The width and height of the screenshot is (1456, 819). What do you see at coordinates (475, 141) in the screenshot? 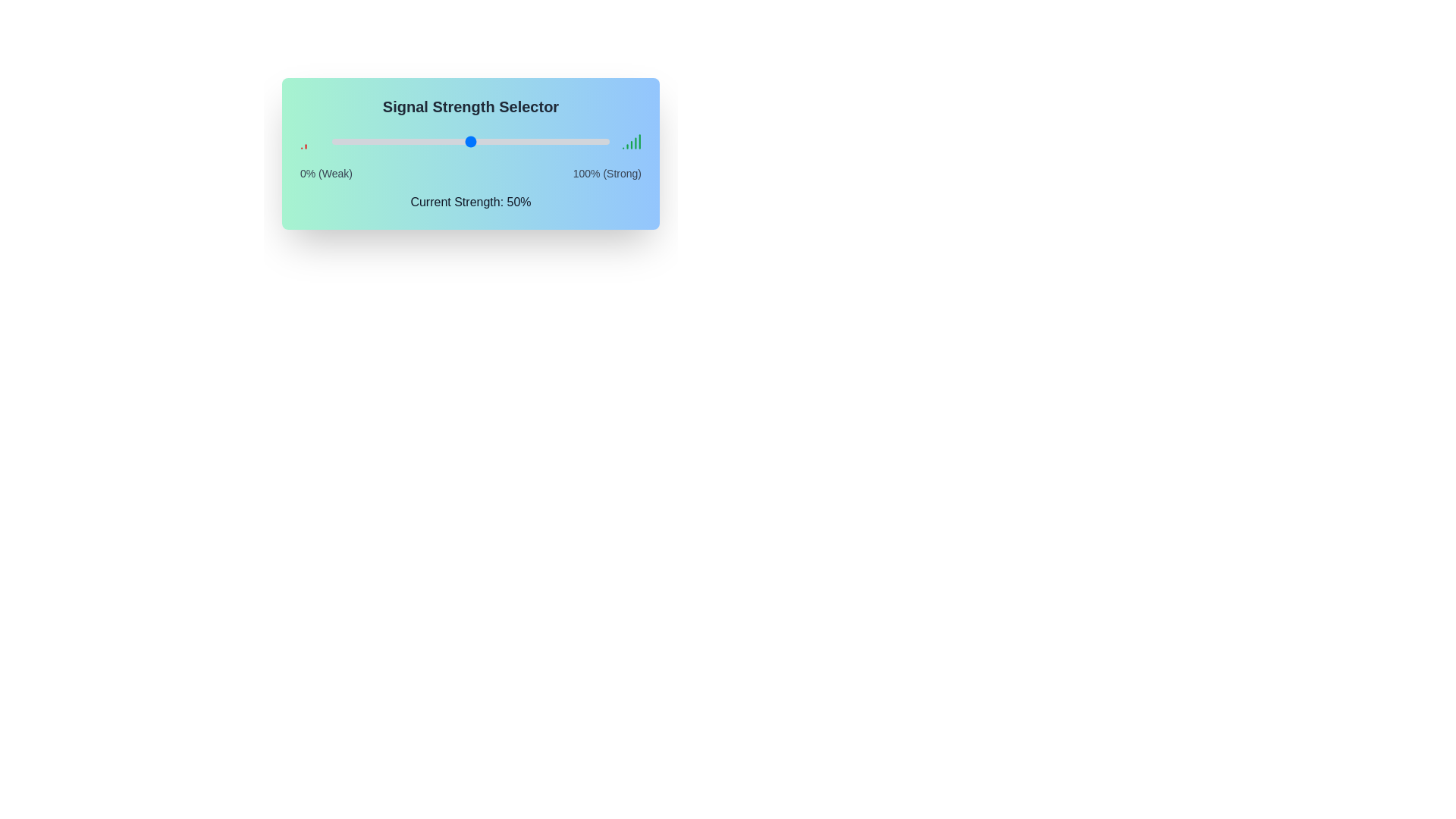
I see `the signal strength slider to 52% to observe the visual signal strength indicators` at bounding box center [475, 141].